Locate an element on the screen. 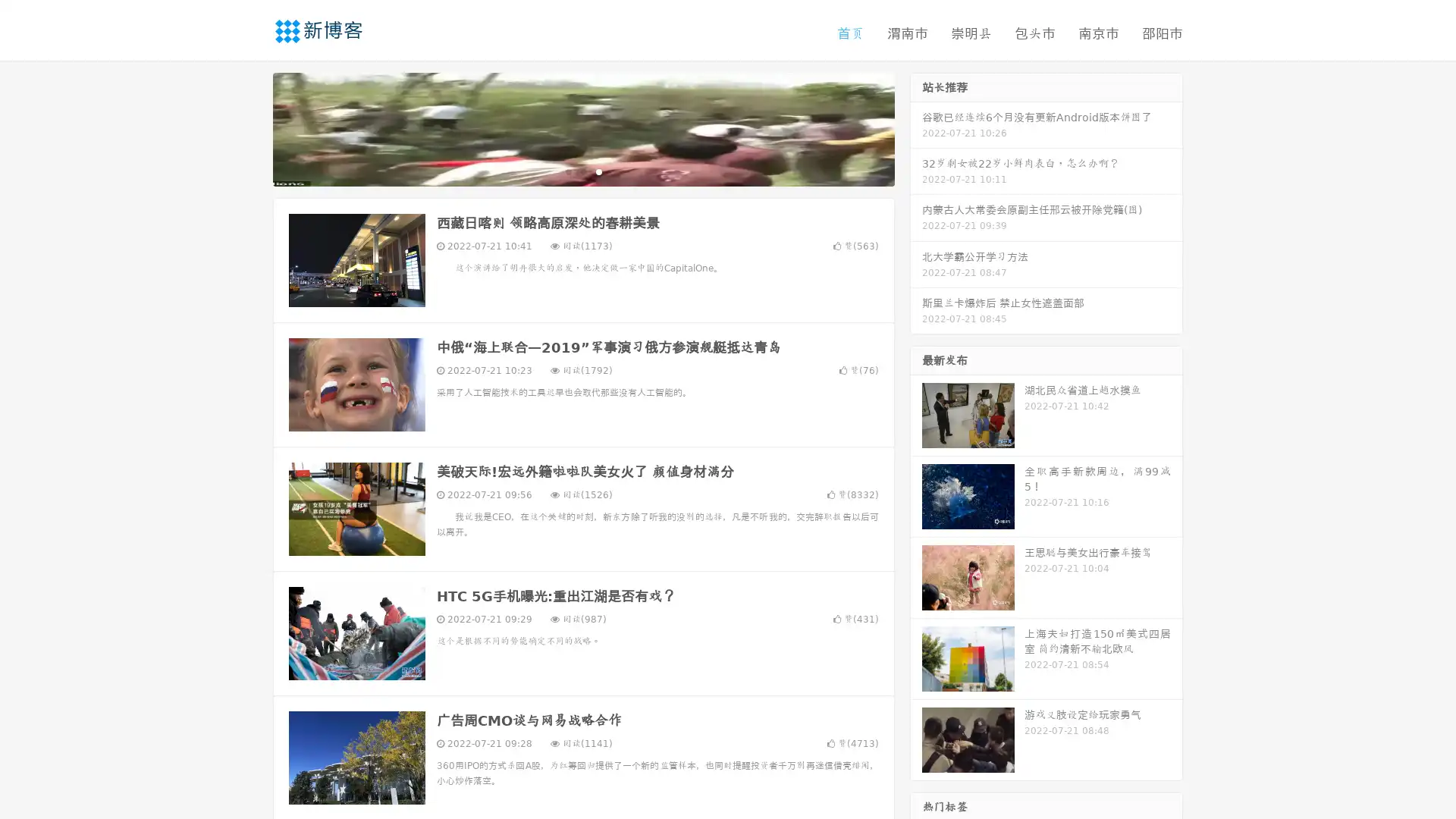 Image resolution: width=1456 pixels, height=819 pixels. Previous slide is located at coordinates (250, 127).